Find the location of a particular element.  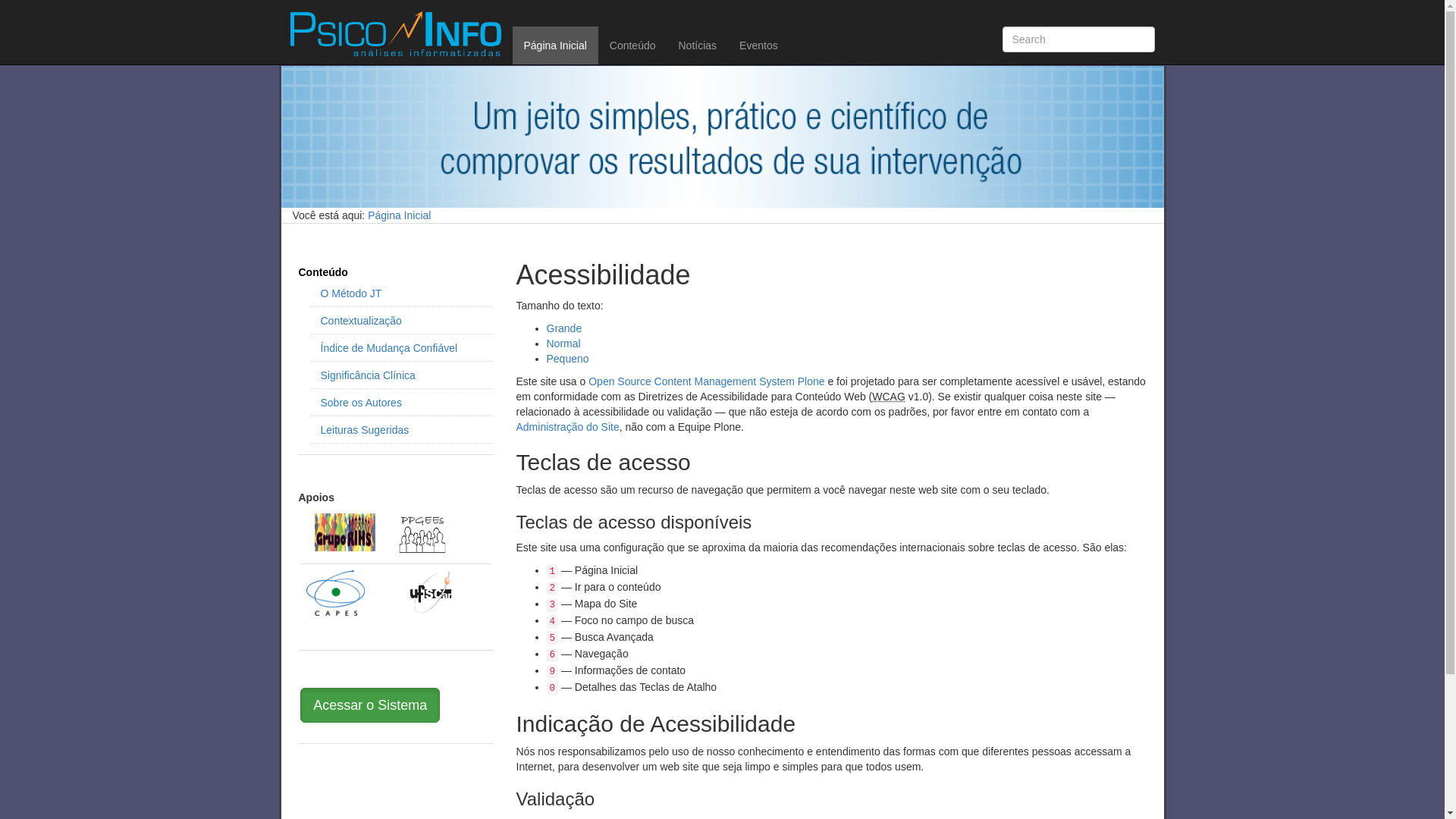

'Leituras Sugeridas' is located at coordinates (400, 430).